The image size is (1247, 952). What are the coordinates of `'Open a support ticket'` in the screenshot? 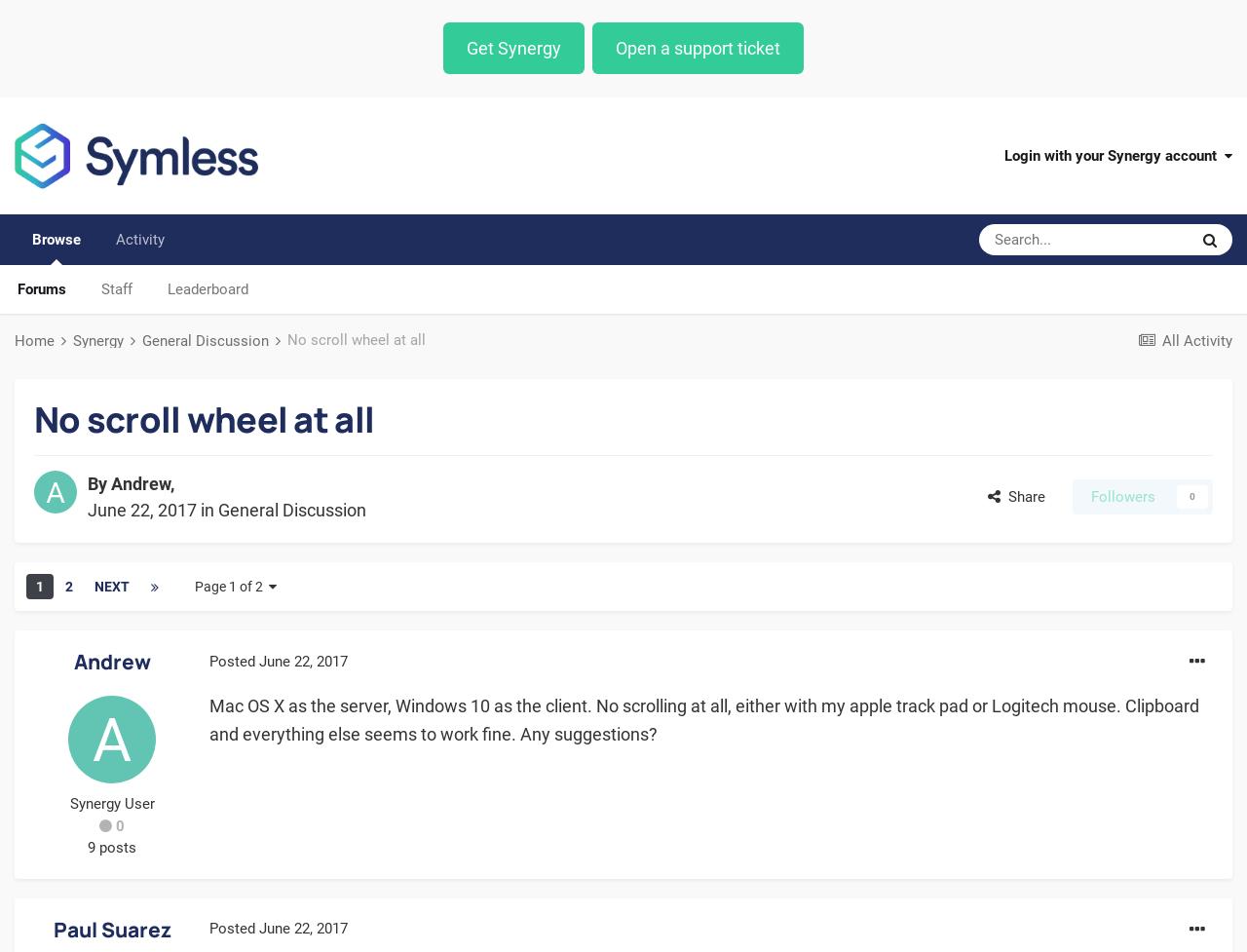 It's located at (698, 48).